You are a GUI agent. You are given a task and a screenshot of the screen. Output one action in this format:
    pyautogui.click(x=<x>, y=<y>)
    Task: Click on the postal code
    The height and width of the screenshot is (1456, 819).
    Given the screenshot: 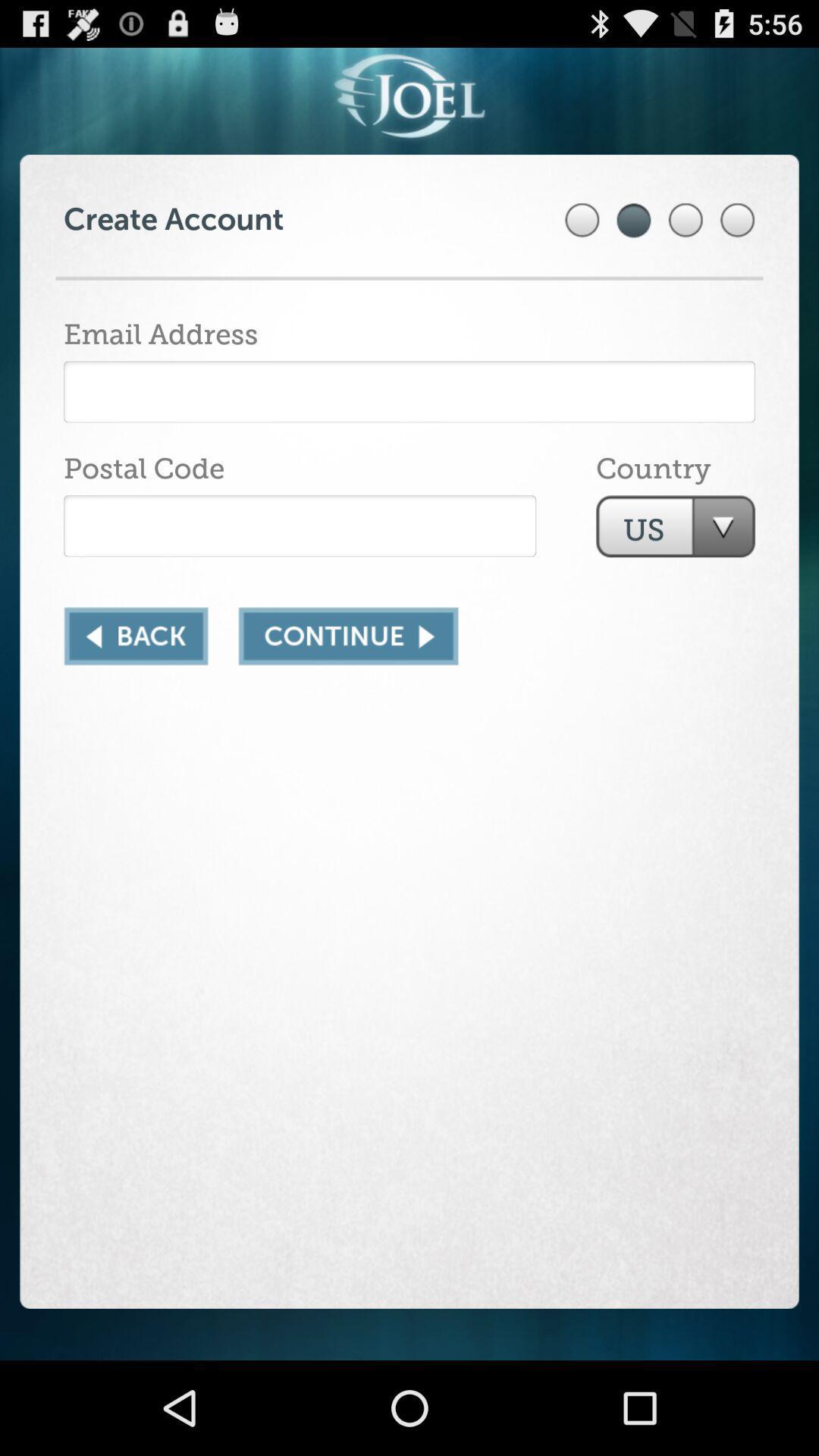 What is the action you would take?
    pyautogui.click(x=300, y=526)
    